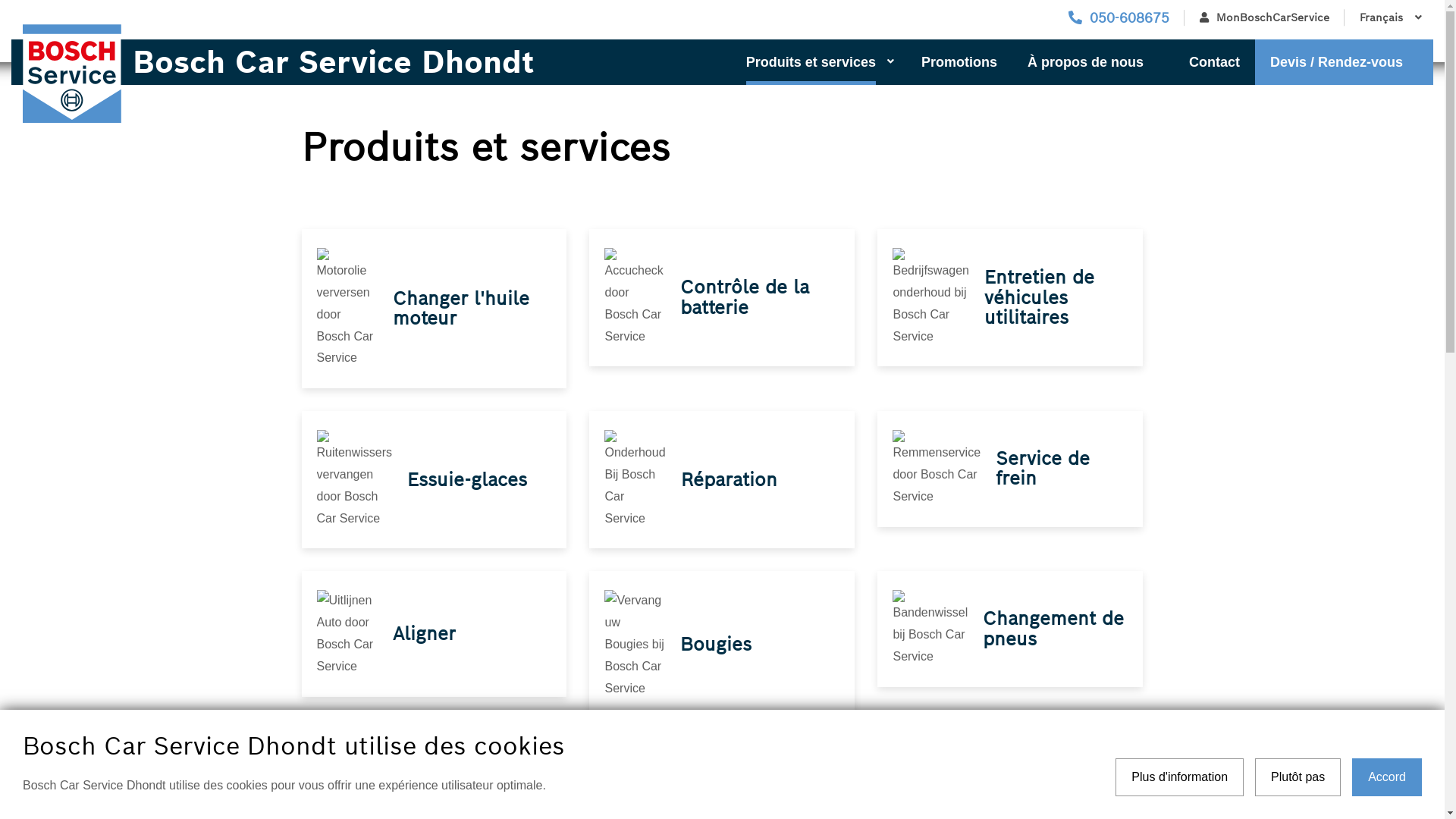 This screenshot has width=1456, height=819. Describe the element at coordinates (327, 61) in the screenshot. I see `'Bosch Car Service Dhondt'` at that location.